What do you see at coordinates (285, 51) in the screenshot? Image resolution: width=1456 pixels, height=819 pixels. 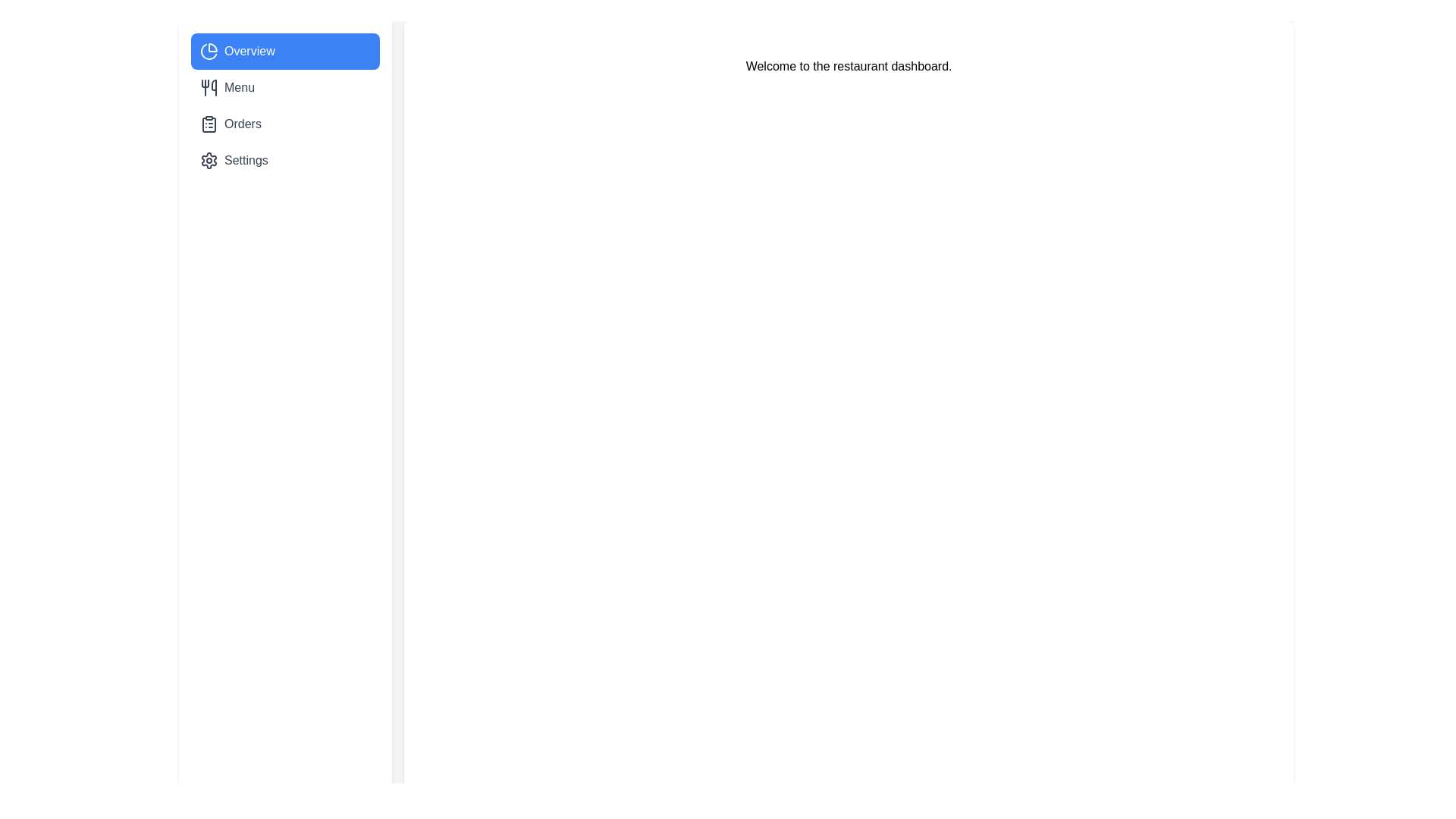 I see `the first button in the vertically stacked list on the left-hand side of the interface` at bounding box center [285, 51].